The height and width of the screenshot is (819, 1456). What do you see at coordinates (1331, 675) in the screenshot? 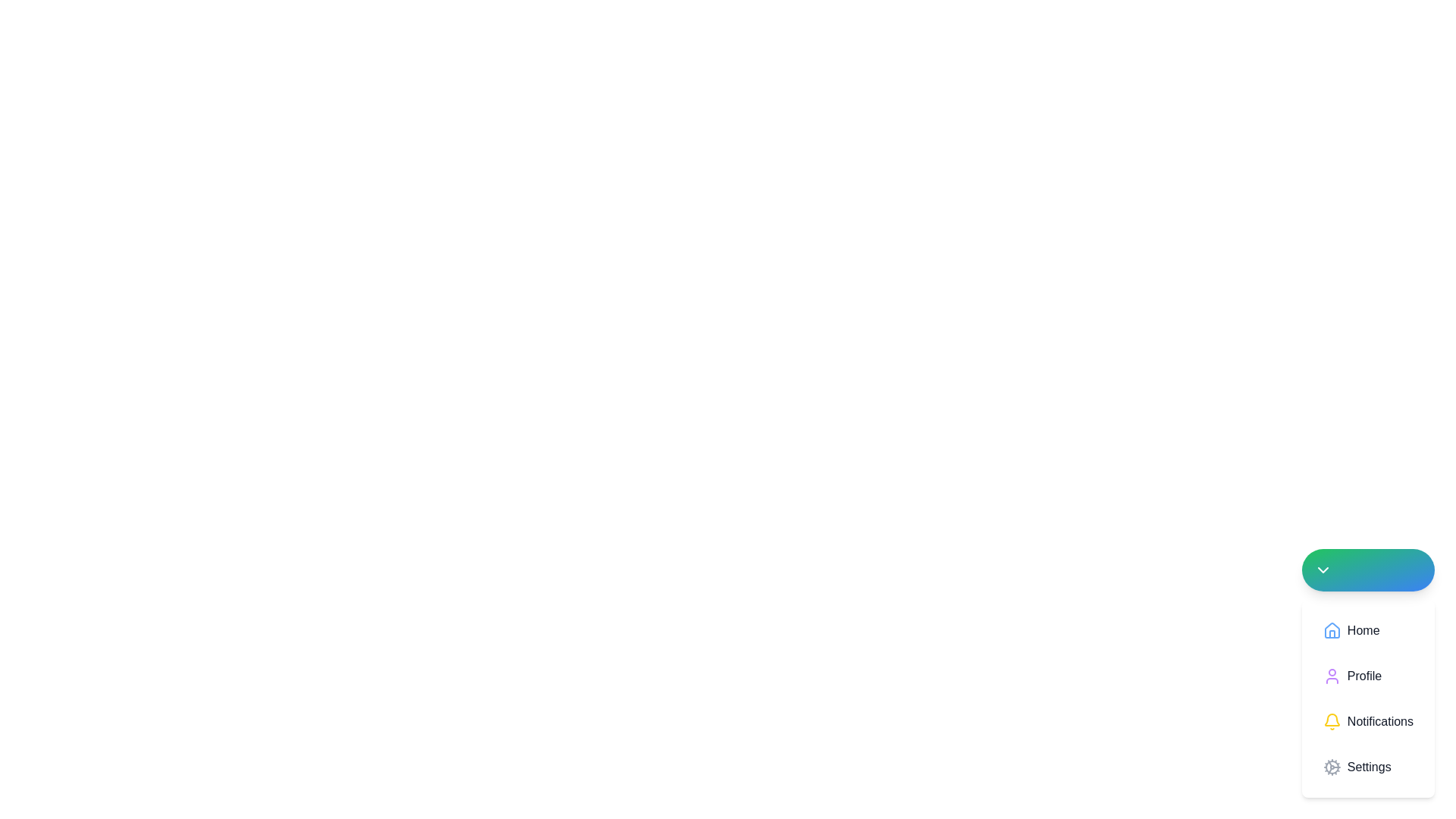
I see `the 'Profile' icon` at bounding box center [1331, 675].